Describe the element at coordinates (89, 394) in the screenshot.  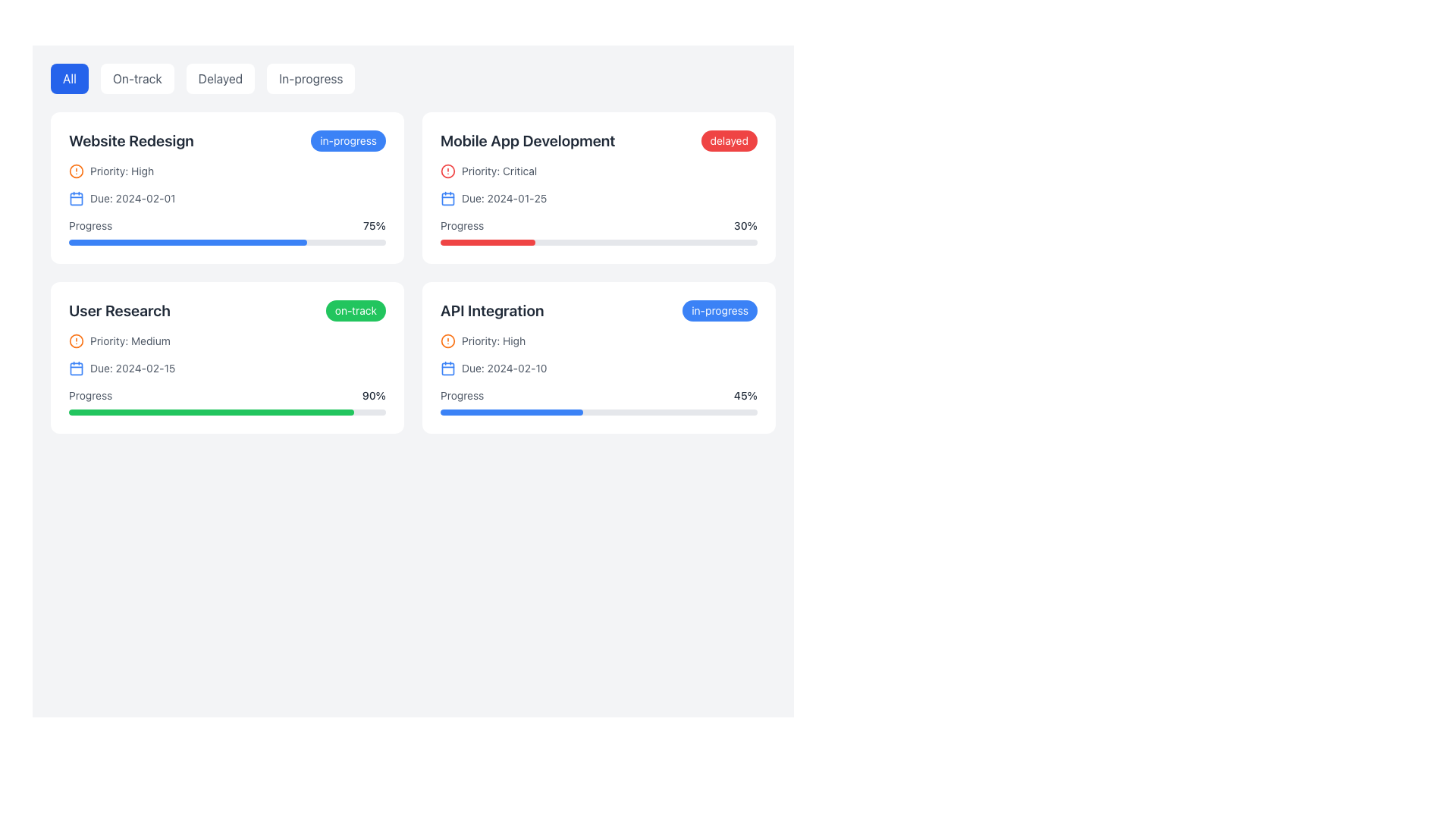
I see `text label that serves as a descriptor for the associated progress bar in the 'User Research' section card, positioned below the title and aligned left near the progress bar` at that location.